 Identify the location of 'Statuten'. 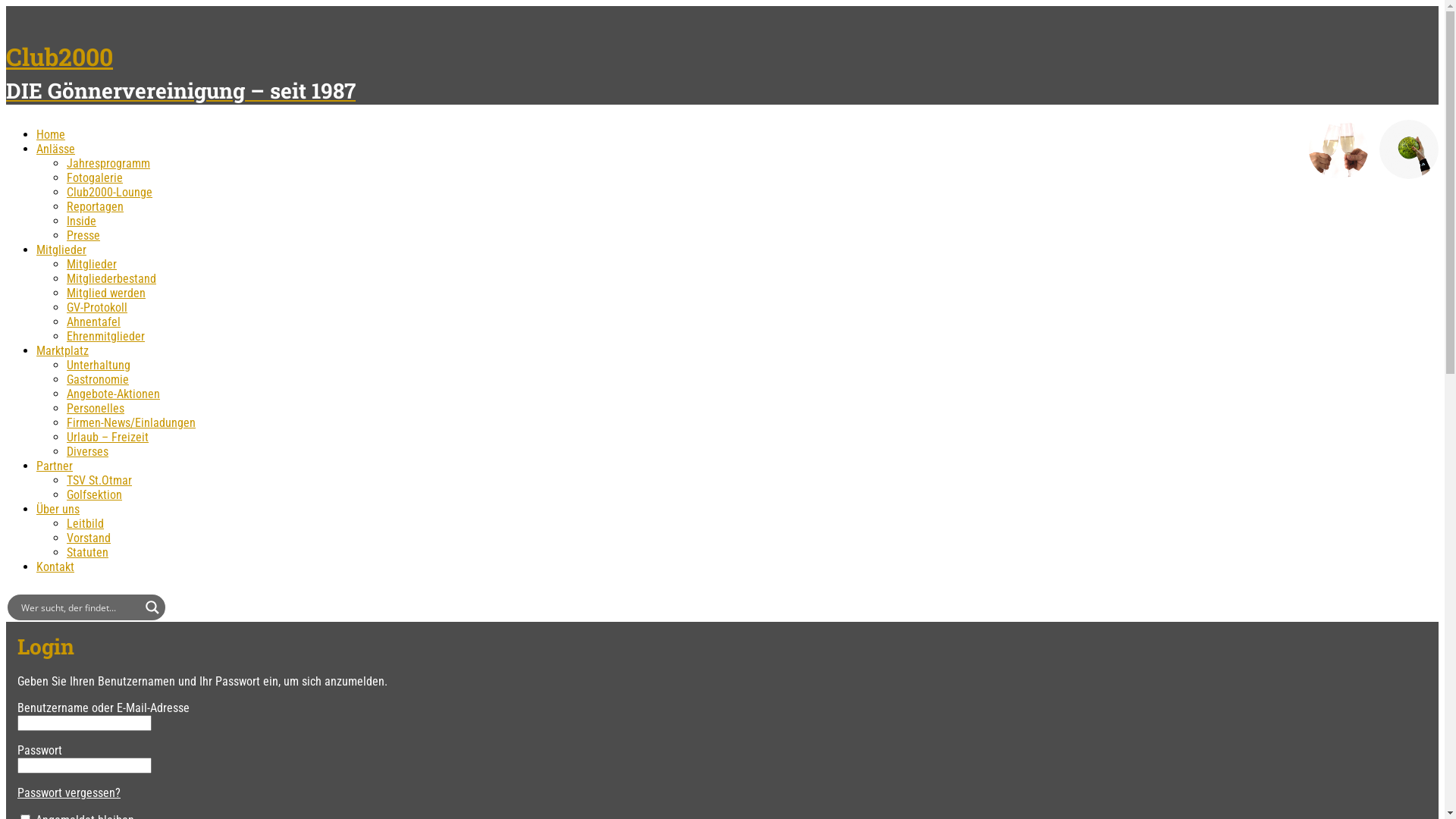
(86, 552).